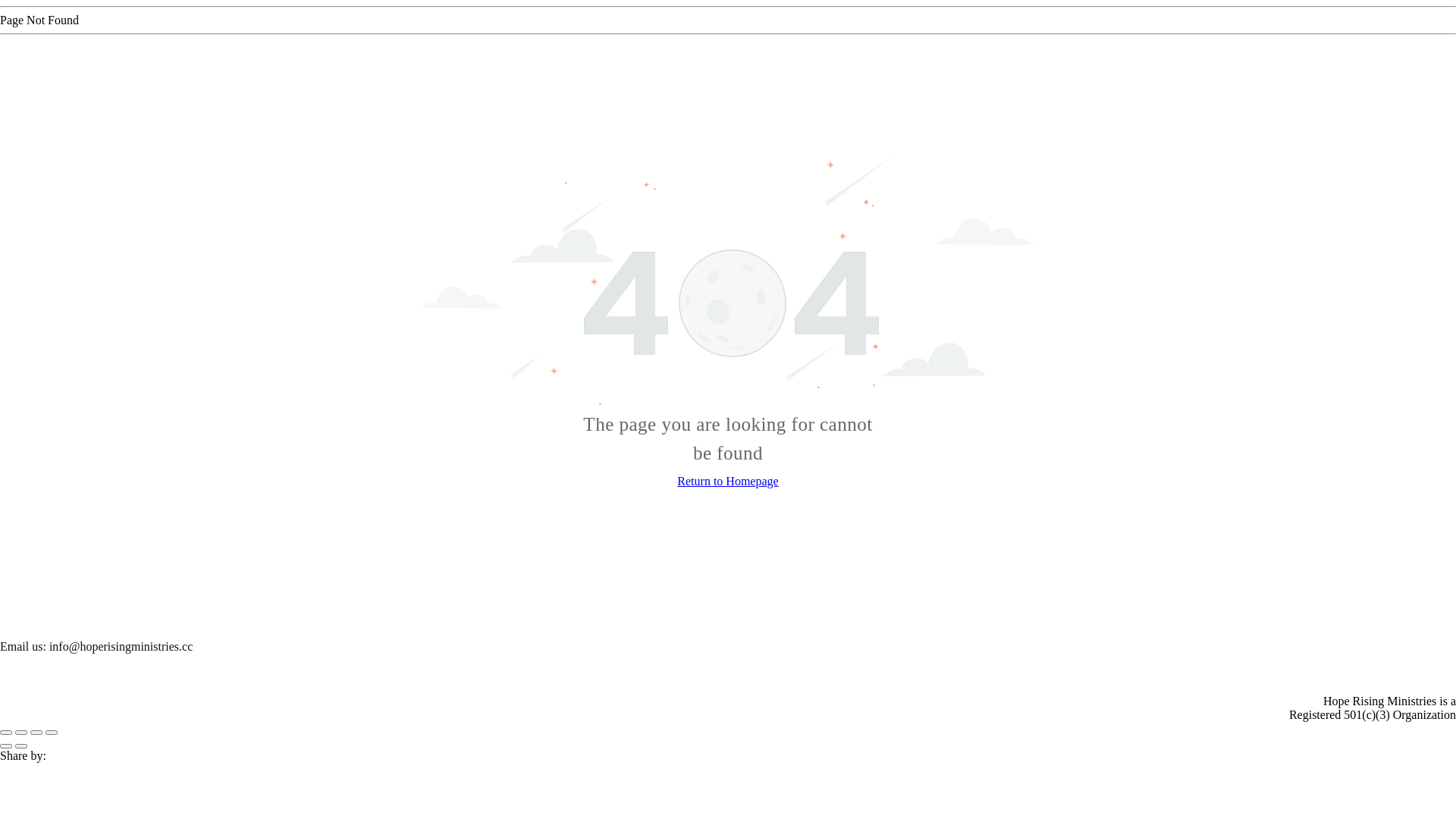 The image size is (1456, 819). Describe the element at coordinates (14, 731) in the screenshot. I see `'Share'` at that location.